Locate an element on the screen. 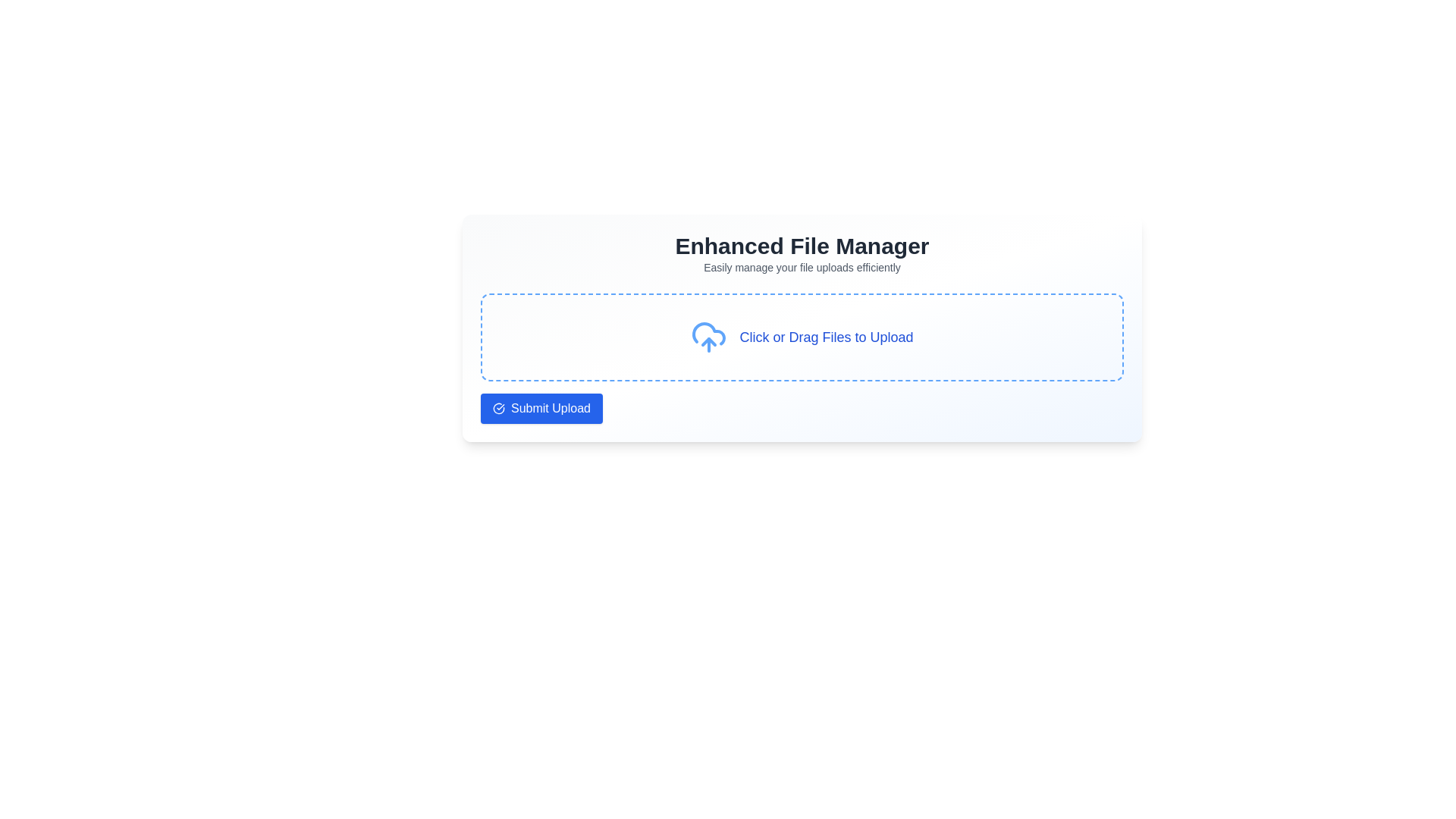 Image resolution: width=1456 pixels, height=819 pixels. the file upload area located centrally beneath the title 'Enhanced File Manager' is located at coordinates (801, 336).